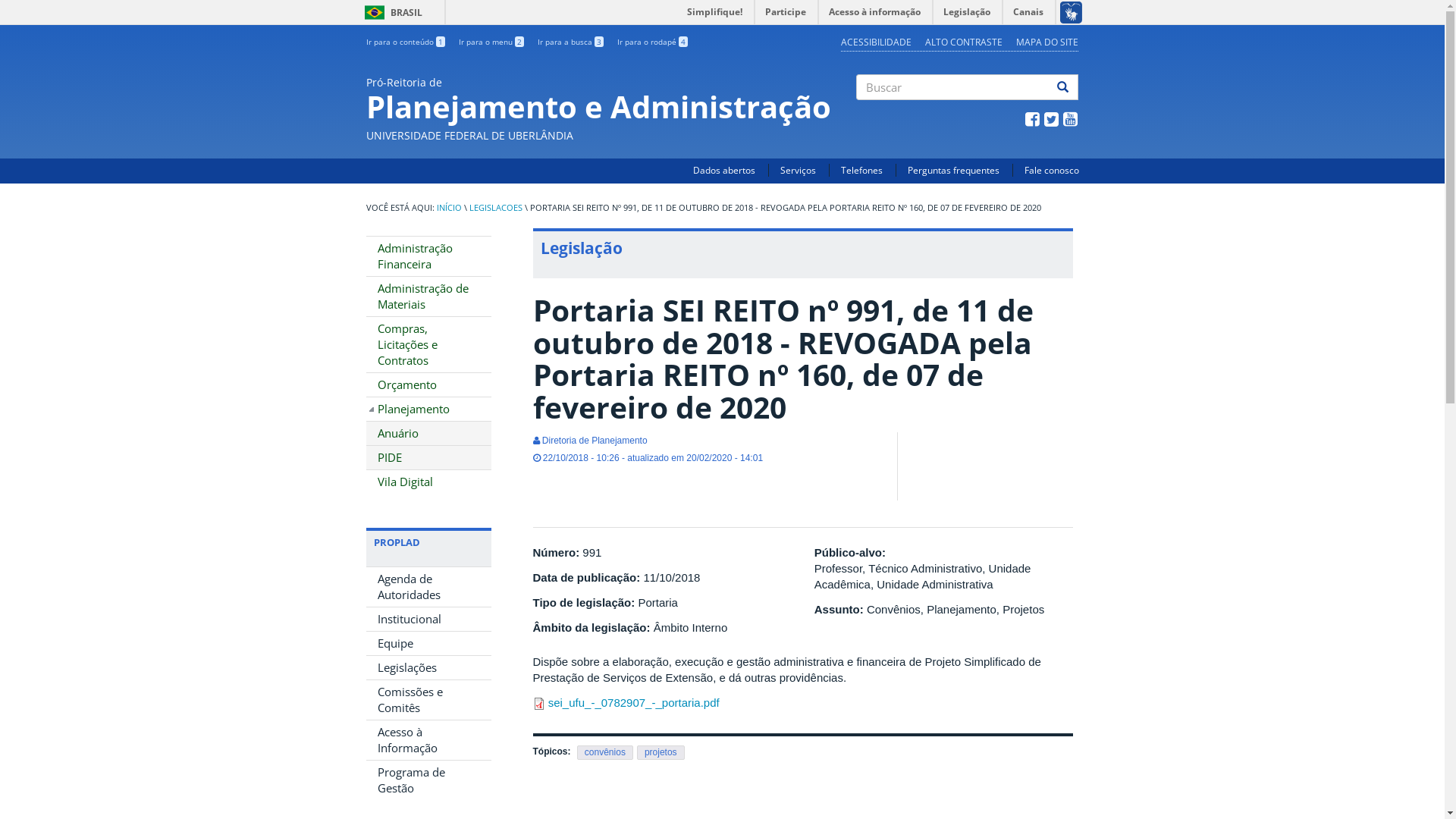 The width and height of the screenshot is (1456, 819). Describe the element at coordinates (427, 457) in the screenshot. I see `'PIDE'` at that location.